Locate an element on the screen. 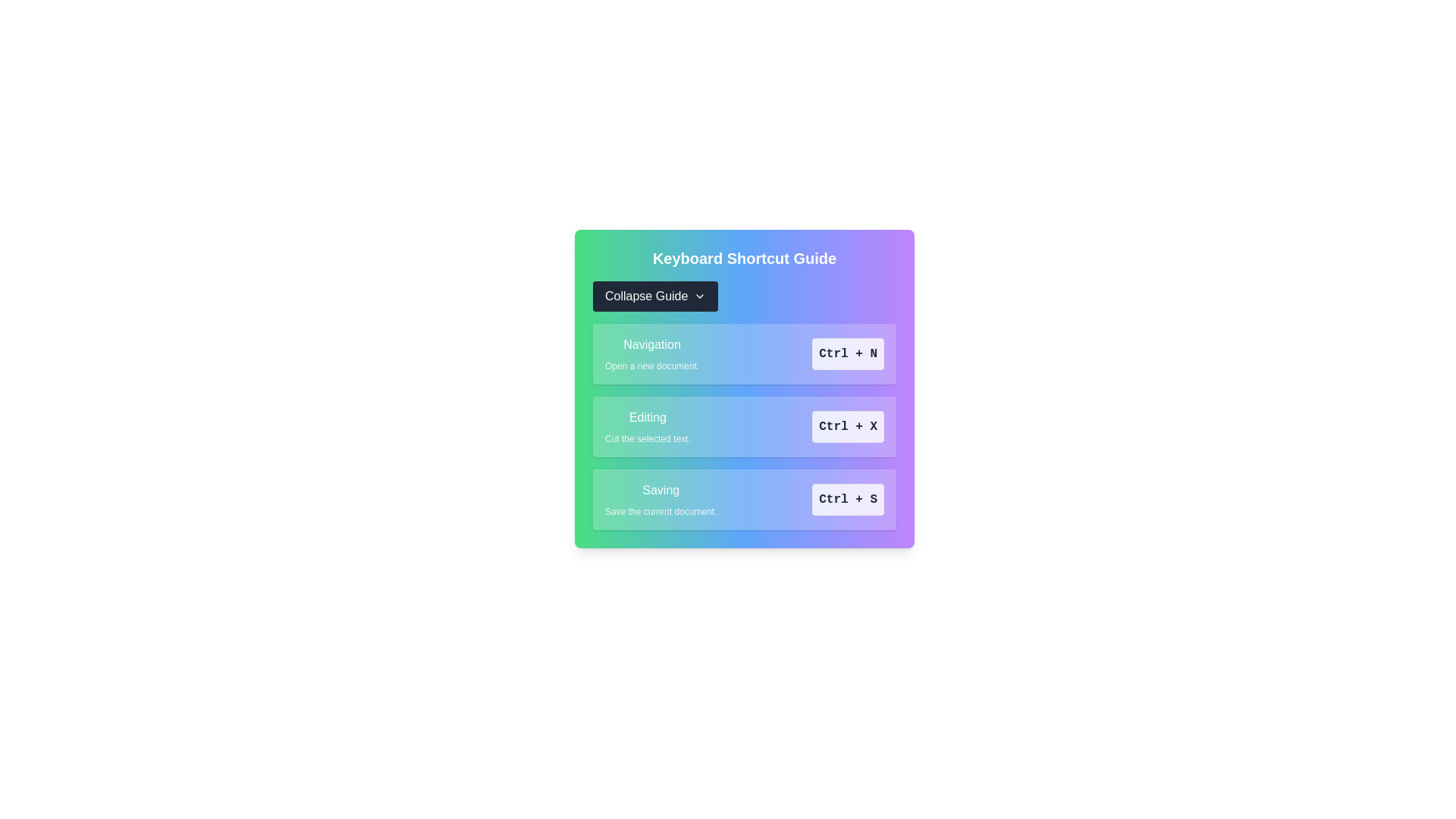 This screenshot has height=819, width=1456. the Information panel that describes the 'Cut' keyboard shortcut, positioned between 'Navigation' and 'Saving' in the guide panel is located at coordinates (745, 427).